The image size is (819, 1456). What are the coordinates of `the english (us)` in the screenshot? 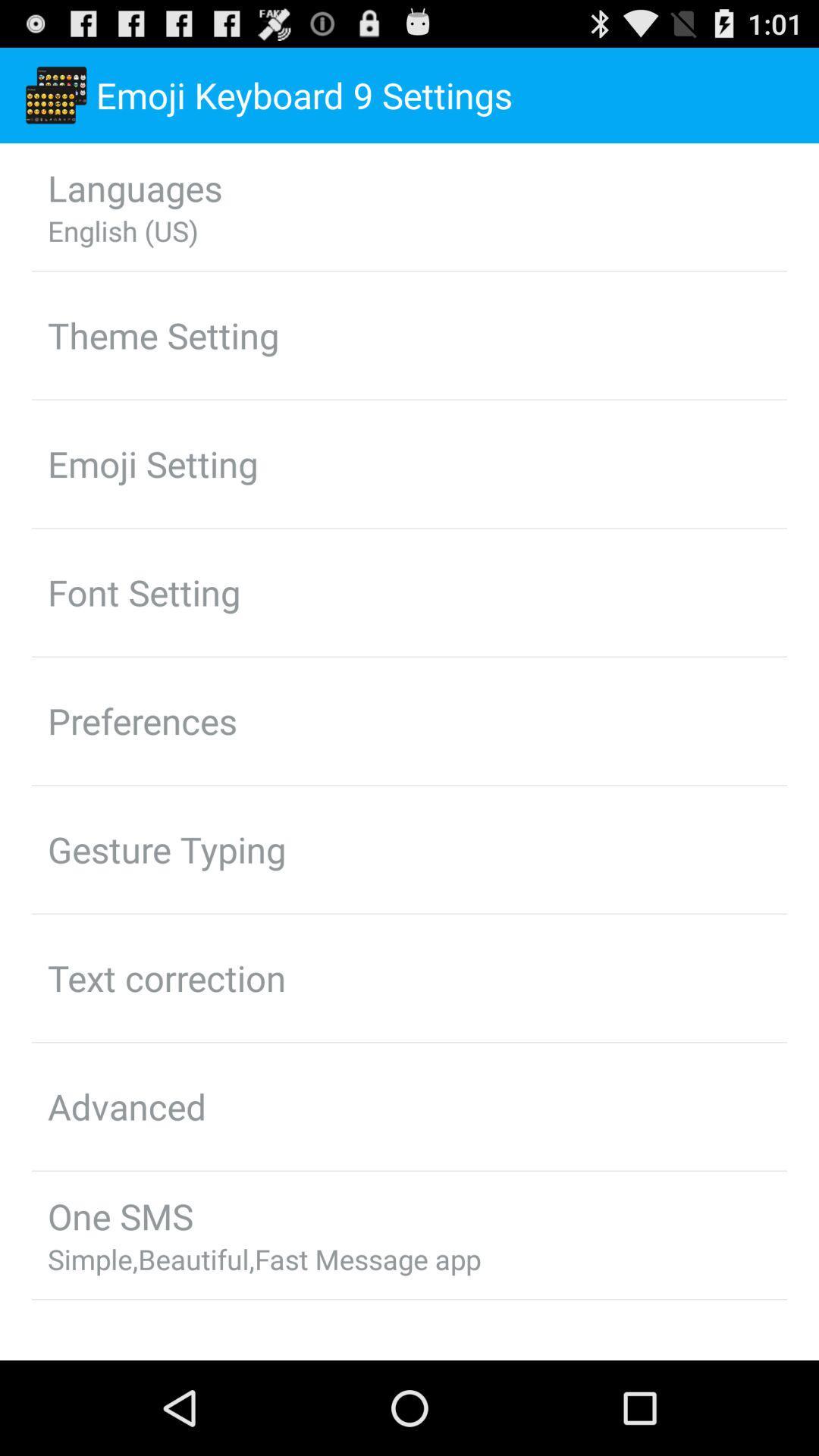 It's located at (122, 230).